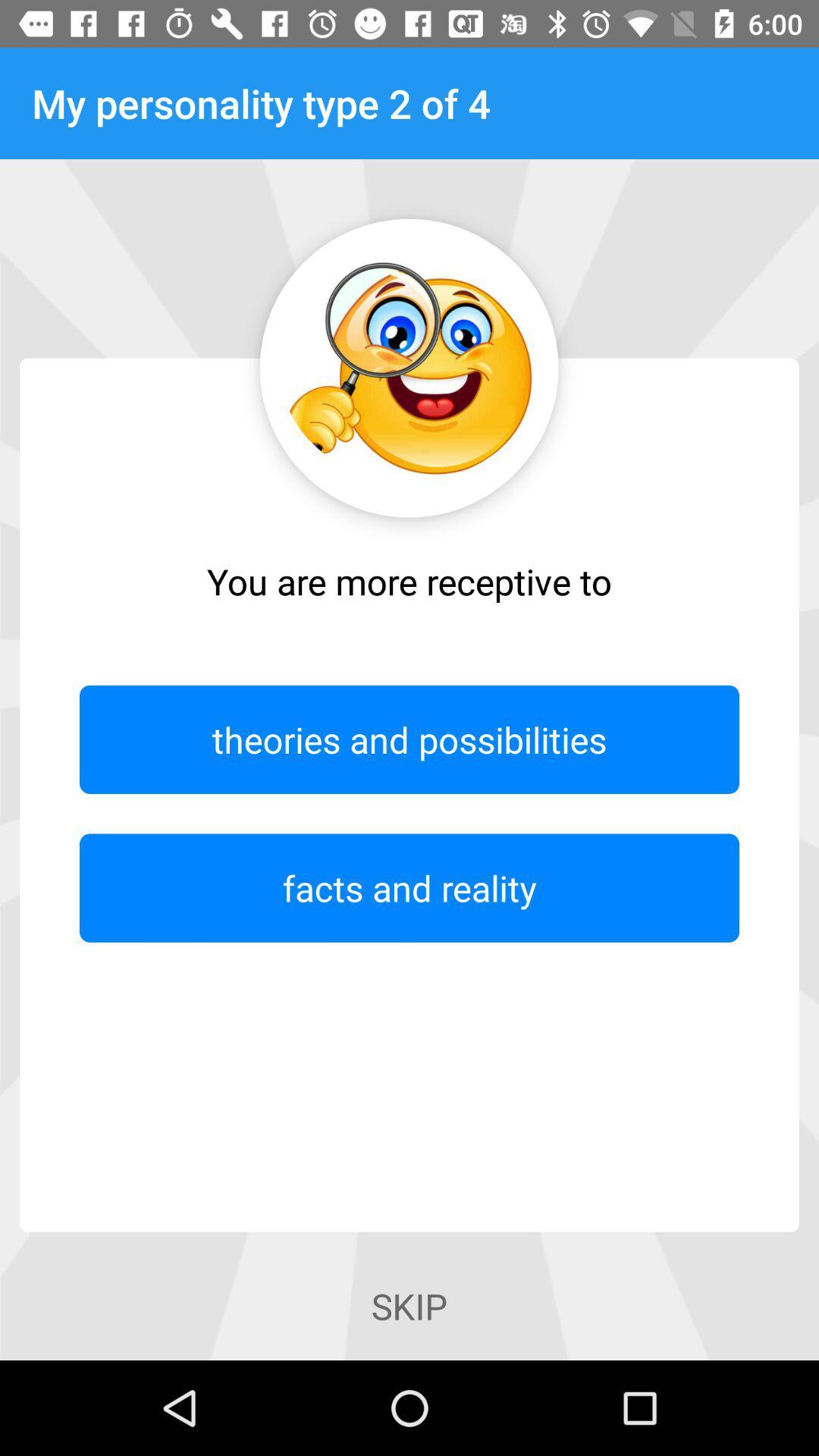 The width and height of the screenshot is (819, 1456). What do you see at coordinates (409, 888) in the screenshot?
I see `icon above the skip icon` at bounding box center [409, 888].